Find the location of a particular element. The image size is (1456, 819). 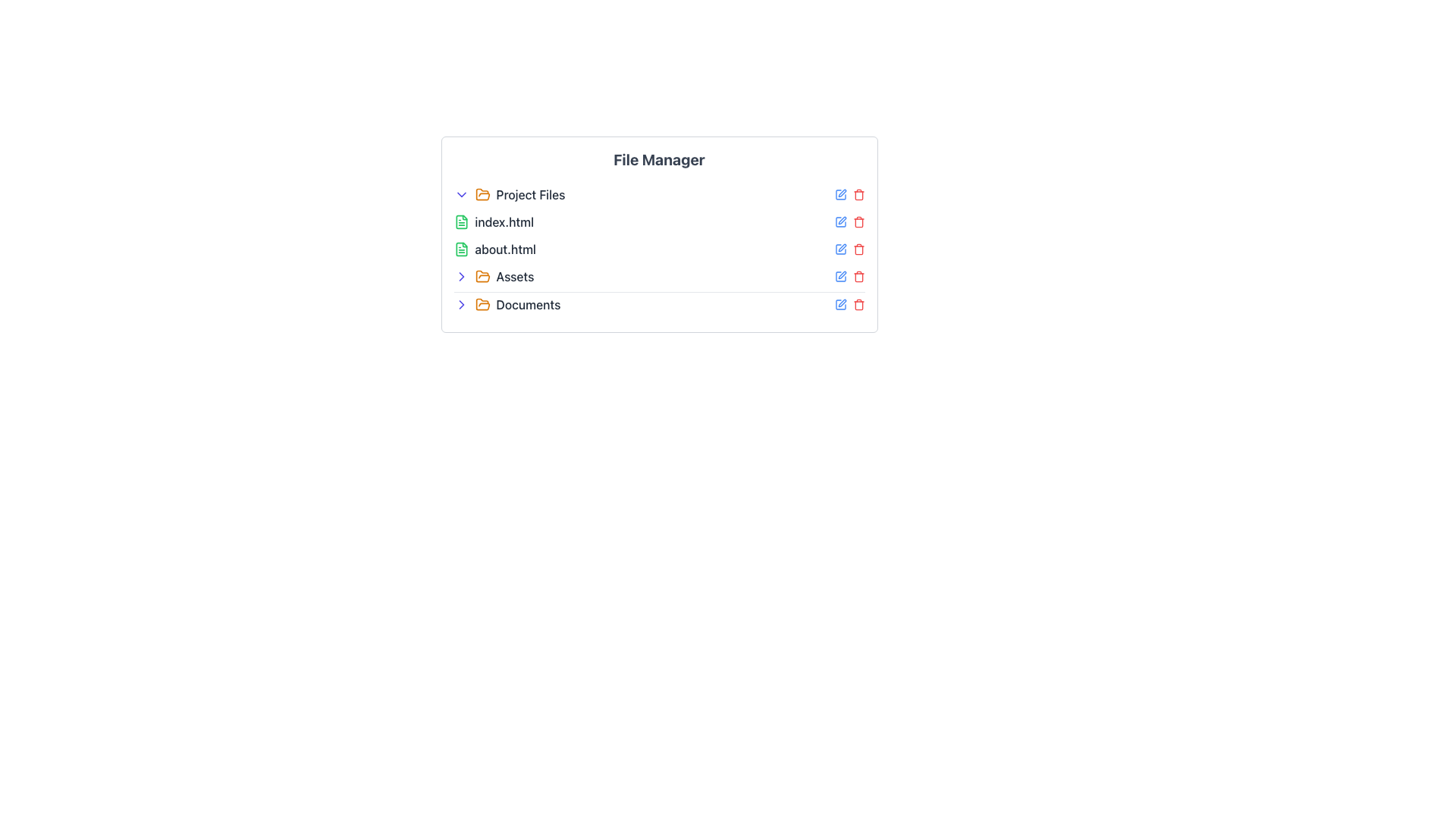

the downward-facing chevron toggle icon located to the left of the 'Project Files' text is located at coordinates (460, 194).